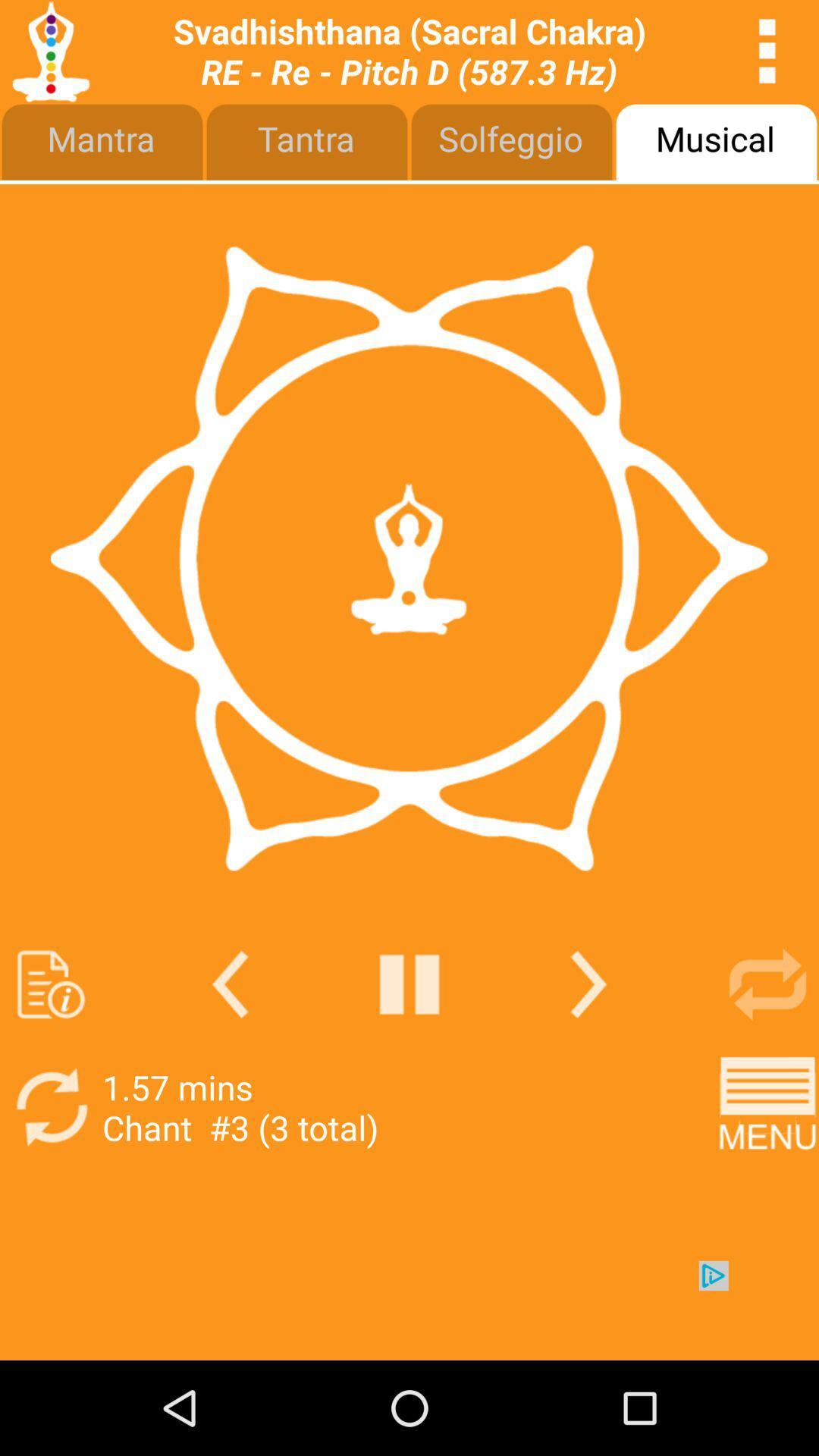 The height and width of the screenshot is (1456, 819). Describe the element at coordinates (50, 1107) in the screenshot. I see `click refresh` at that location.